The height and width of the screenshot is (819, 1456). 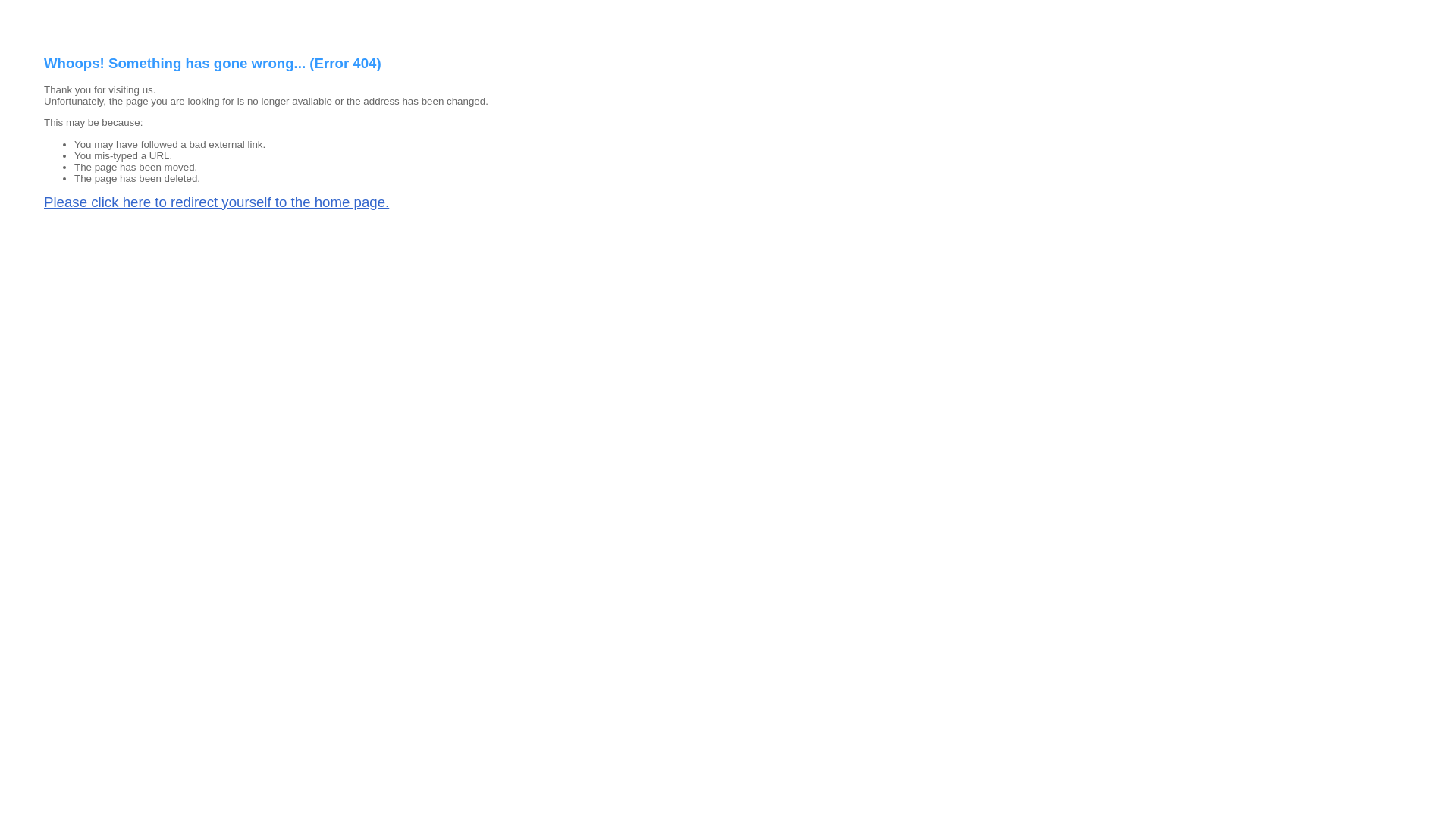 I want to click on 'Please click here to redirect yourself to the home page.', so click(x=215, y=201).